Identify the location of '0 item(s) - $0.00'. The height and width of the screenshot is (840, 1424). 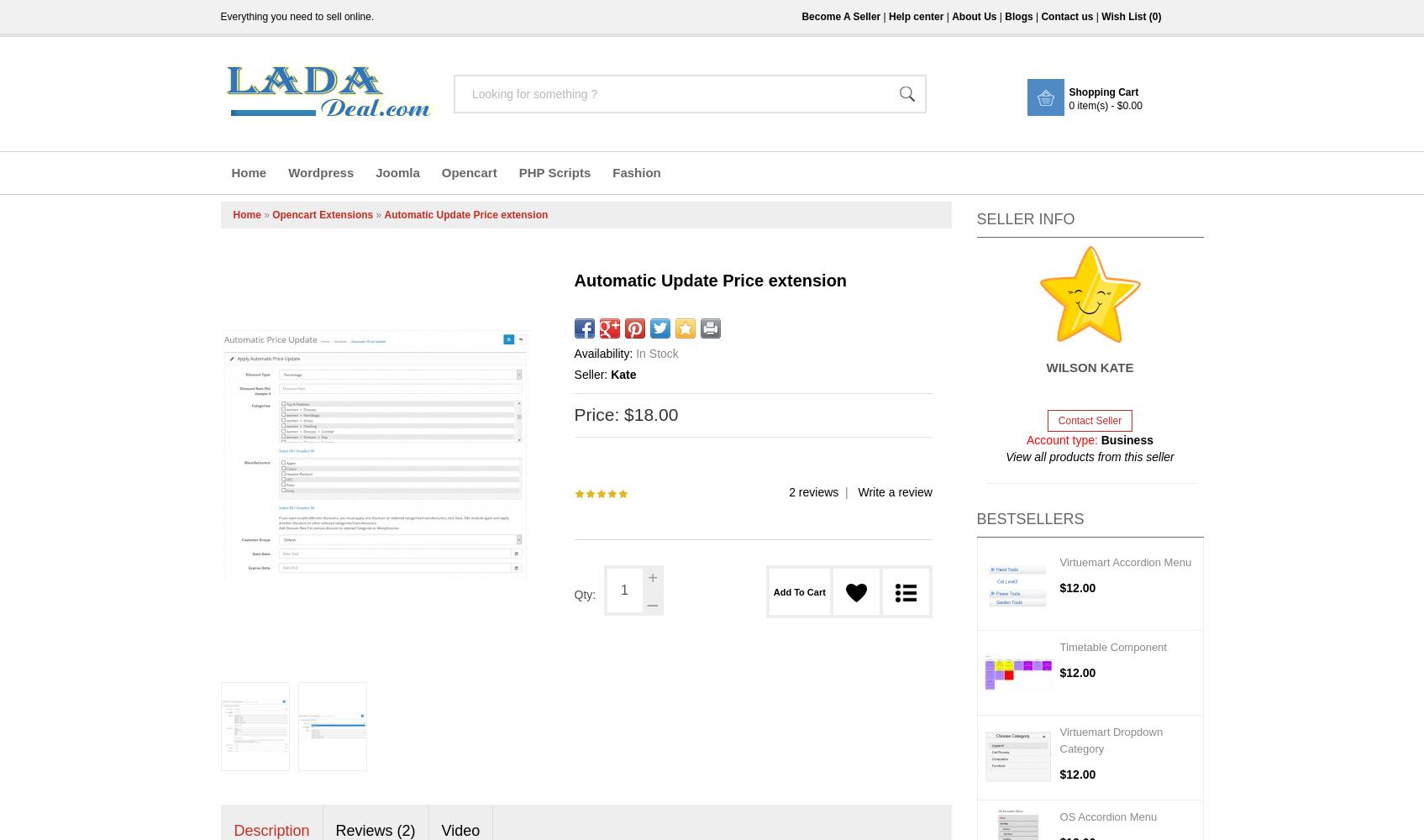
(1105, 106).